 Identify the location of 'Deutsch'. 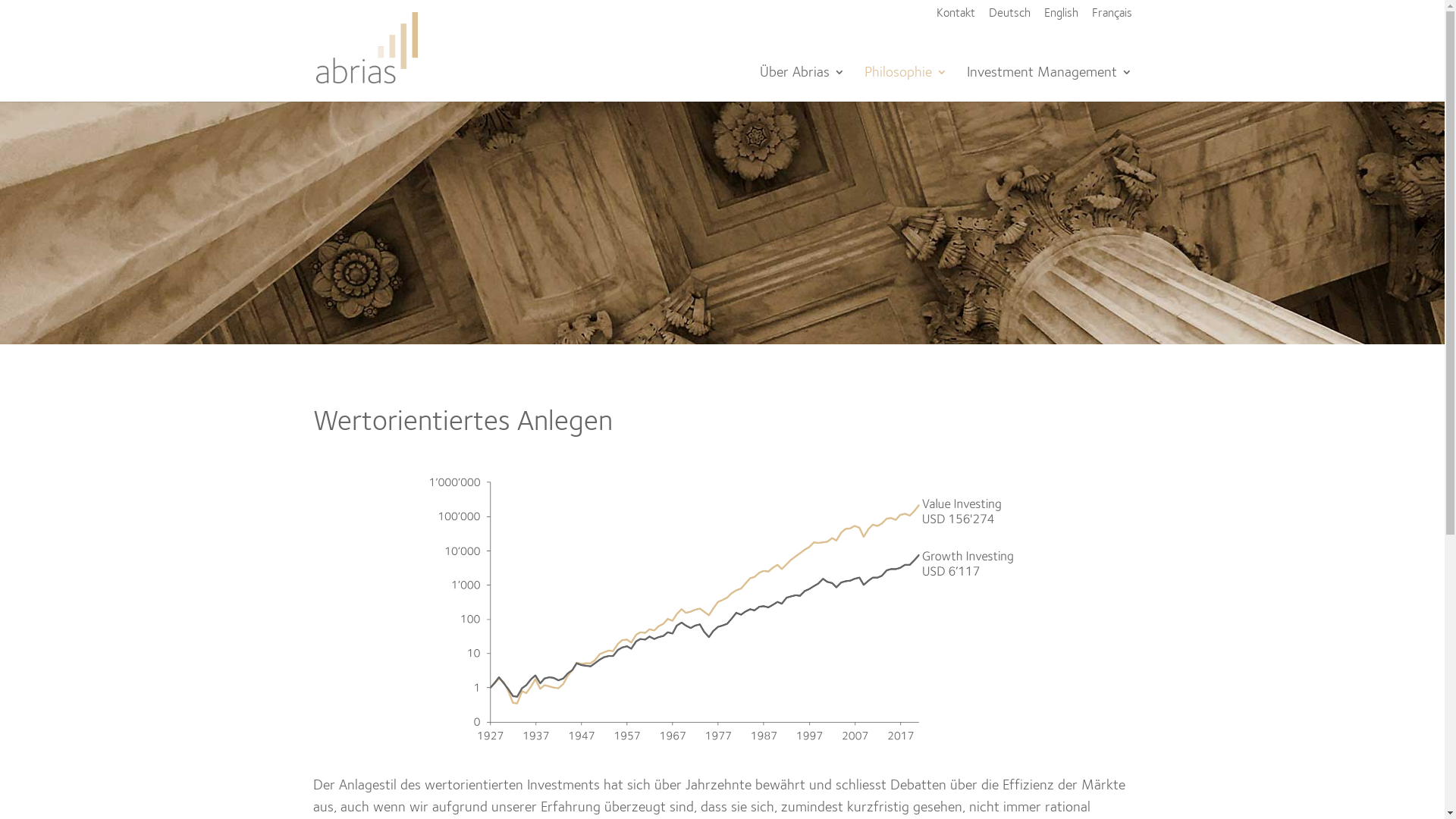
(989, 18).